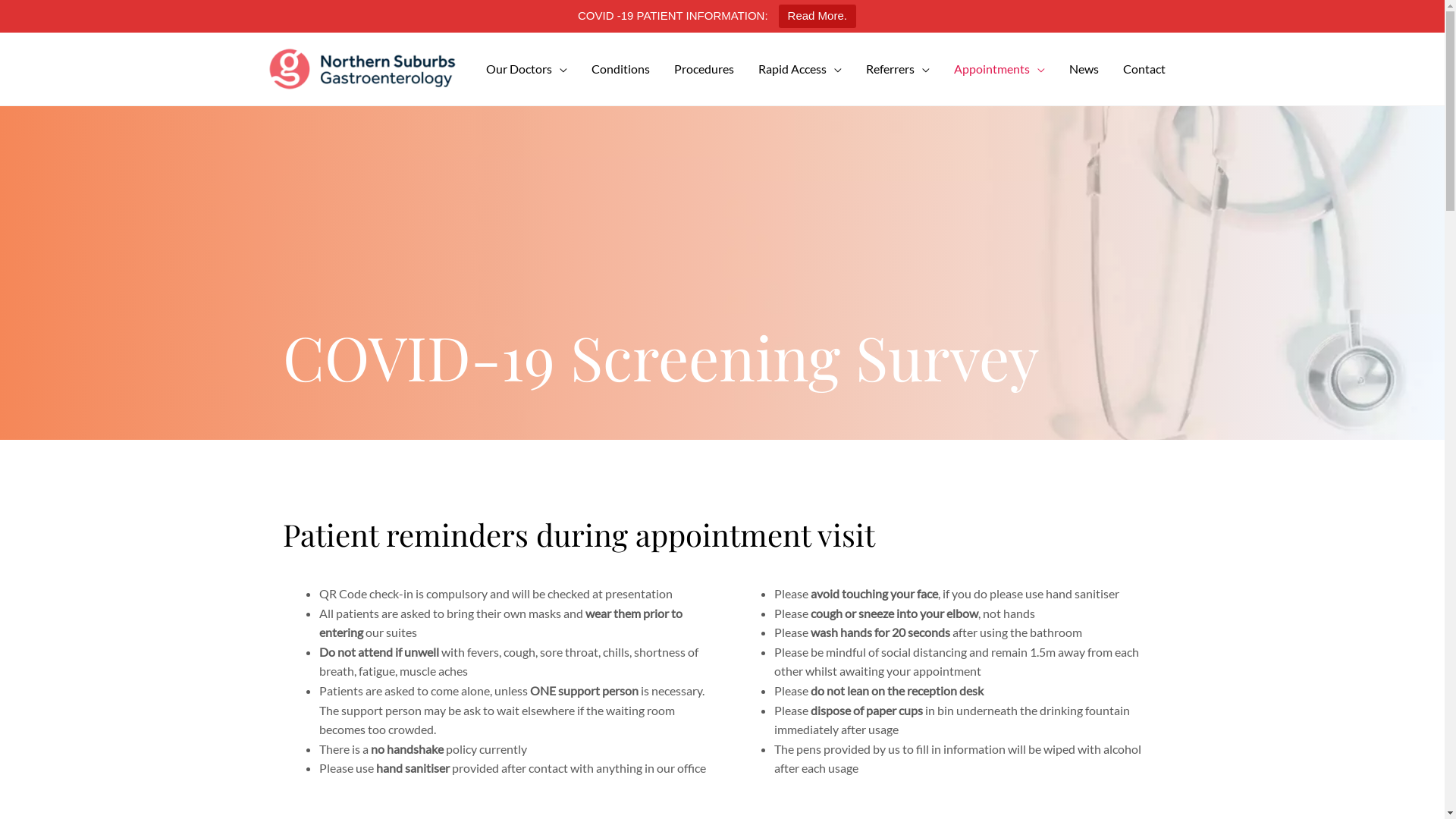  Describe the element at coordinates (578, 69) in the screenshot. I see `'Conditions'` at that location.